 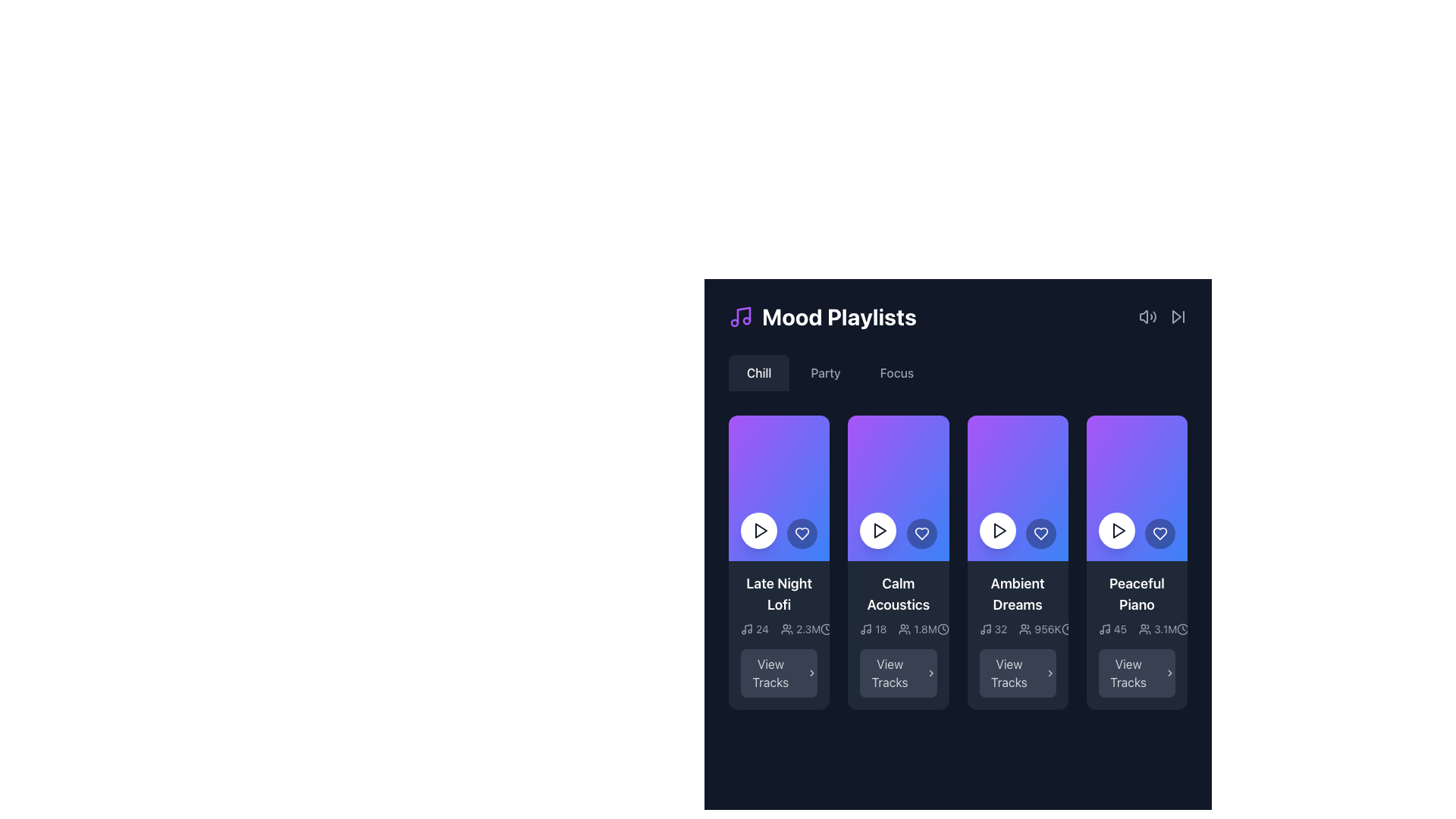 What do you see at coordinates (1018, 672) in the screenshot?
I see `the 'View Tracks' button located at the bottom of the 'Ambient Dreams' playlist card, which features a dark gray background, light gray text, and a right-pointing arrow icon` at bounding box center [1018, 672].